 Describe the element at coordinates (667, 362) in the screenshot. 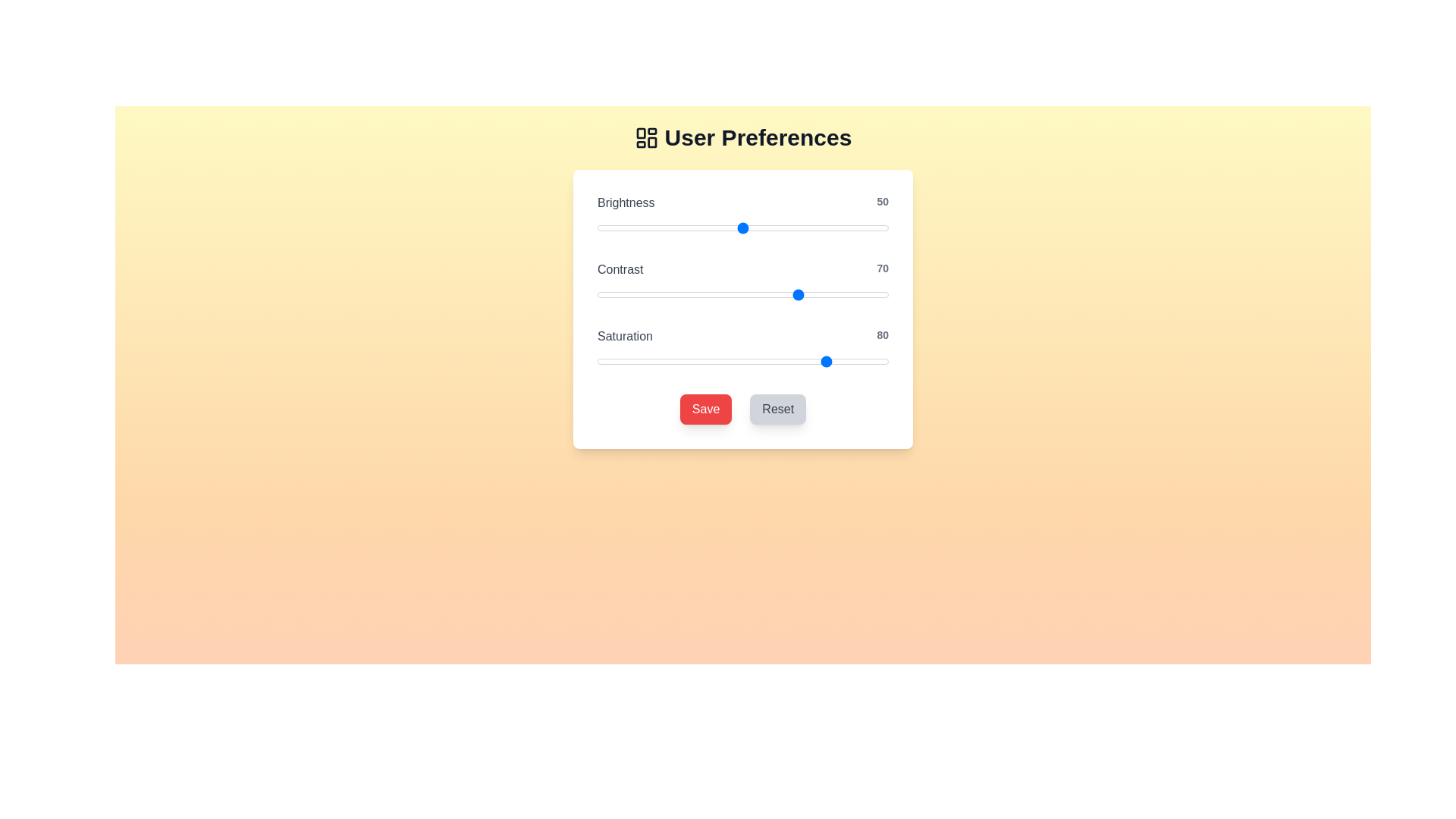

I see `the 'Saturation' slider to 24` at that location.